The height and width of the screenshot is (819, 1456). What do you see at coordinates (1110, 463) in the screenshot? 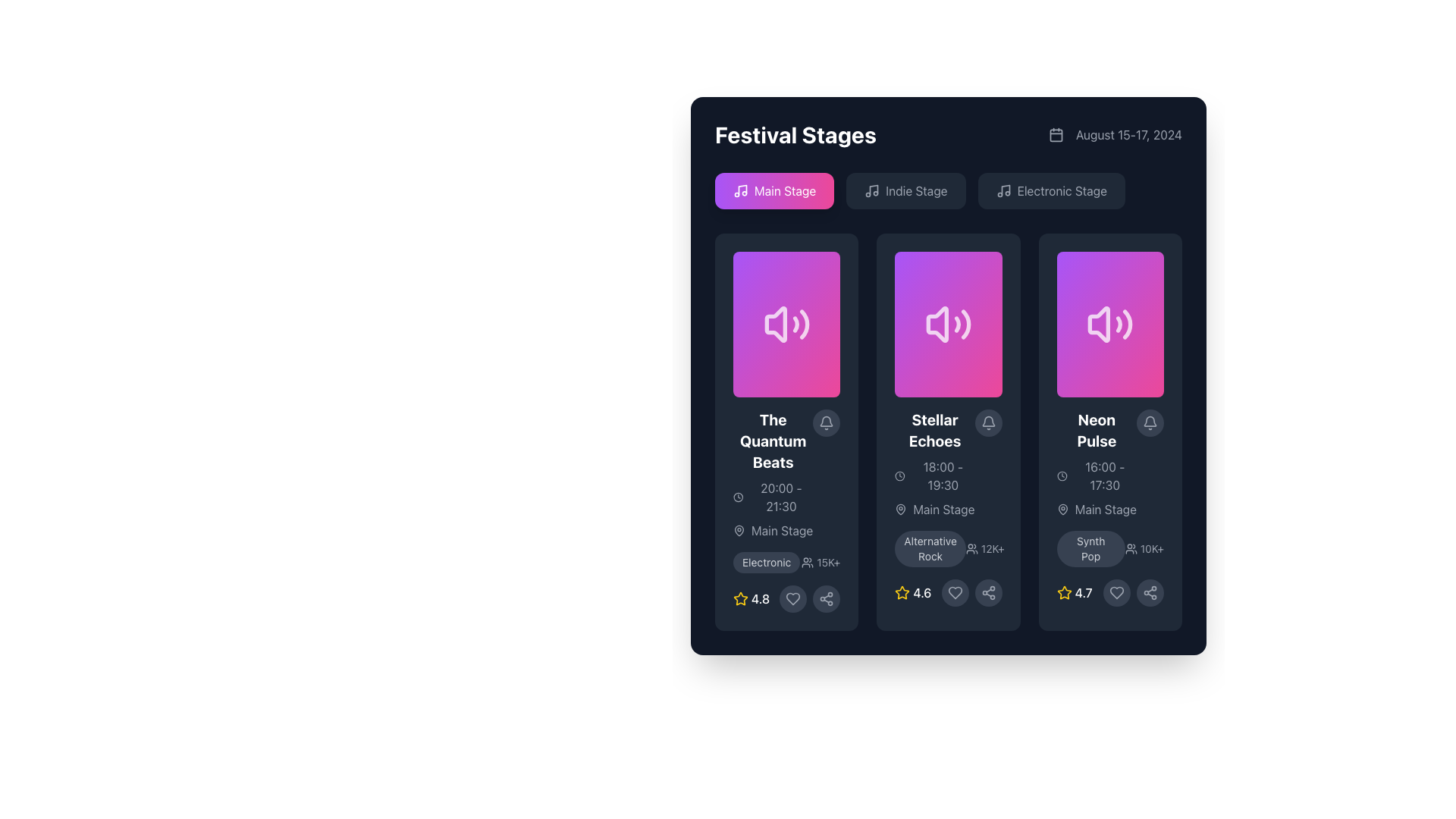
I see `the informational label component for the event 'Neon Pulse' to interact with adjacent elements` at bounding box center [1110, 463].